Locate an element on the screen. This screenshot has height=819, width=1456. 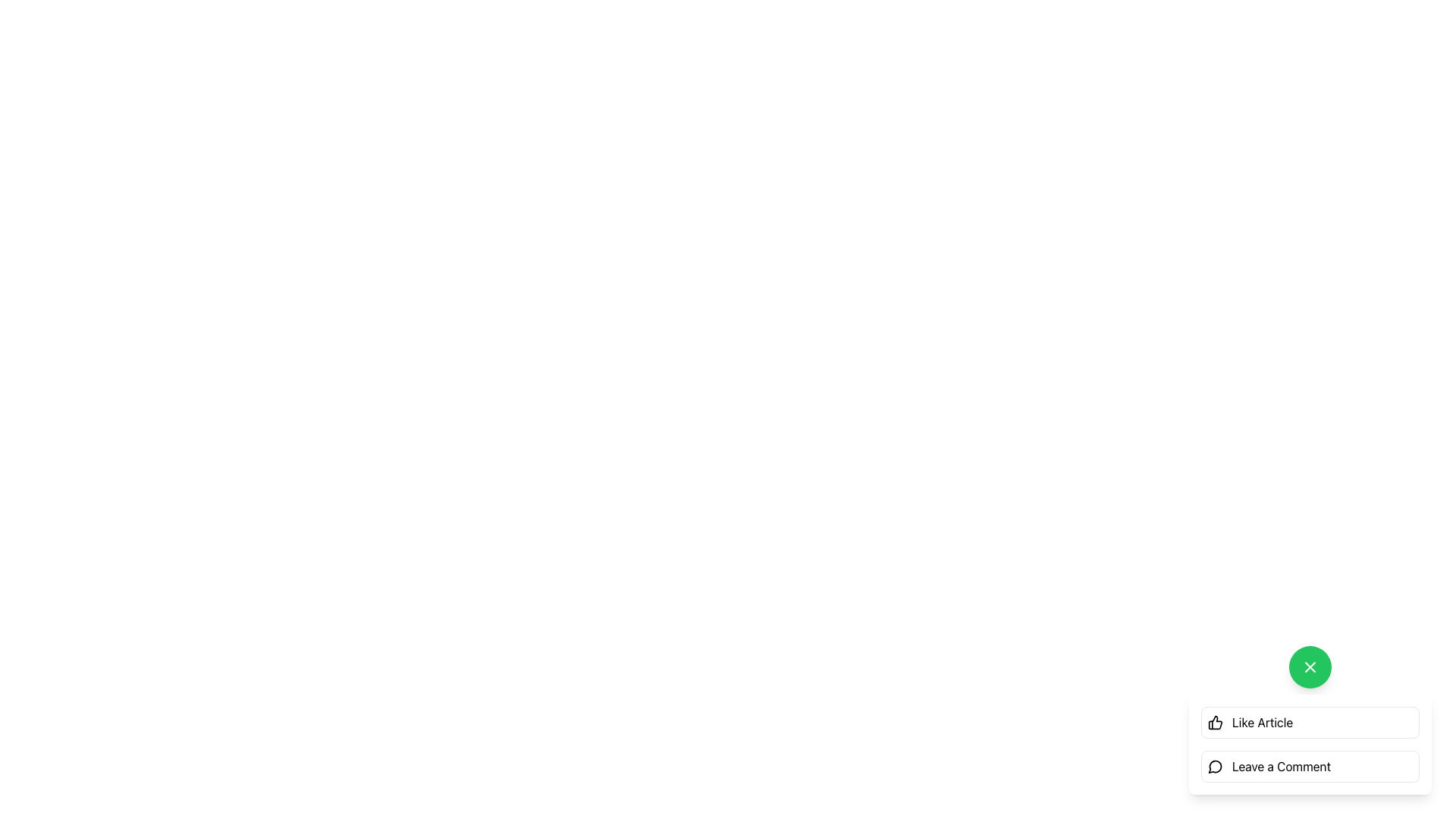
the close button located at the top-right corner of the panel is located at coordinates (1310, 666).